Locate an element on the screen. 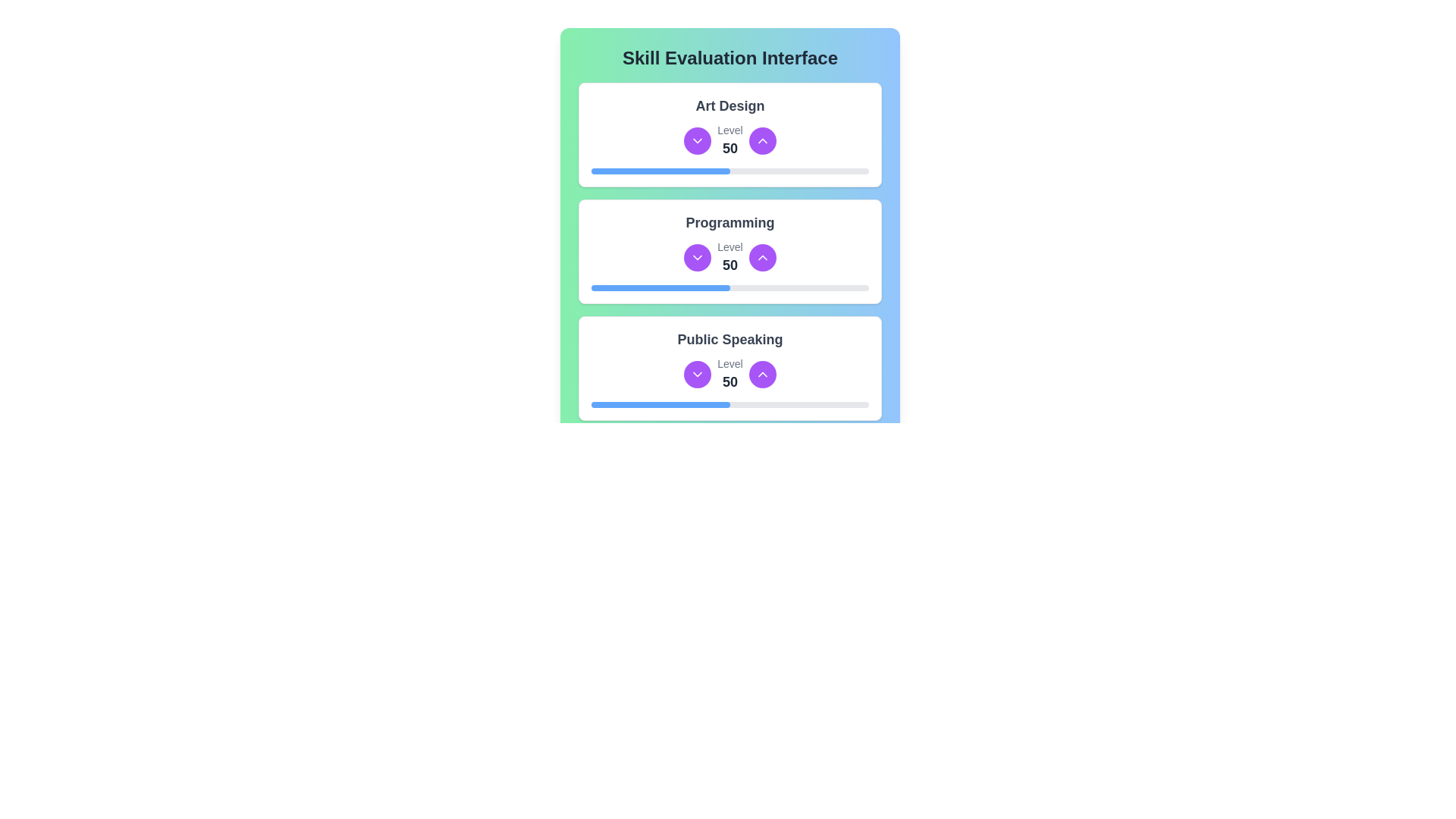 Image resolution: width=1456 pixels, height=819 pixels. the slider value is located at coordinates (711, 403).